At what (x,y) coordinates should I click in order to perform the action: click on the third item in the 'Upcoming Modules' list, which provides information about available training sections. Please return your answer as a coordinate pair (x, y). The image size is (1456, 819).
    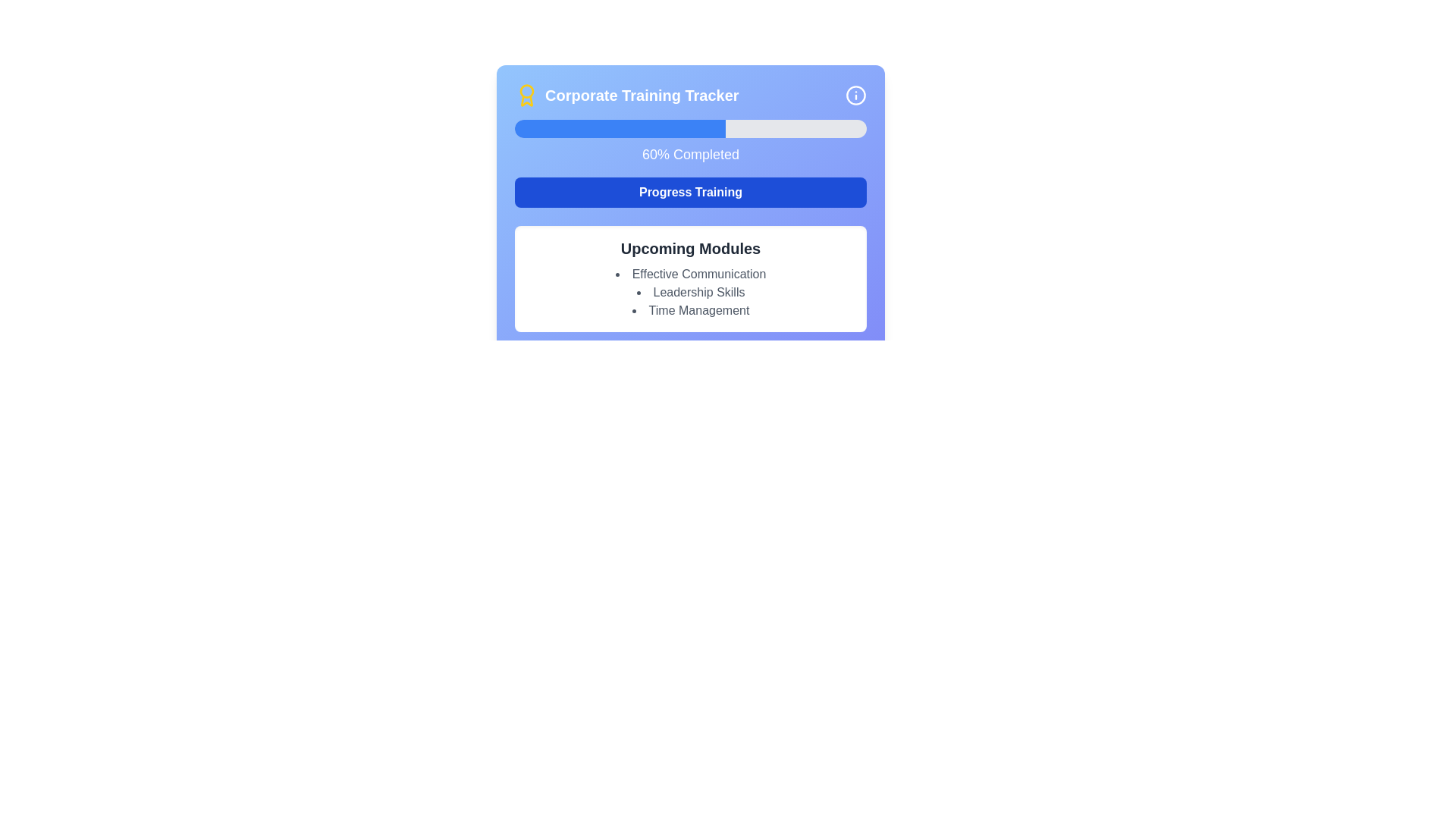
    Looking at the image, I should click on (690, 309).